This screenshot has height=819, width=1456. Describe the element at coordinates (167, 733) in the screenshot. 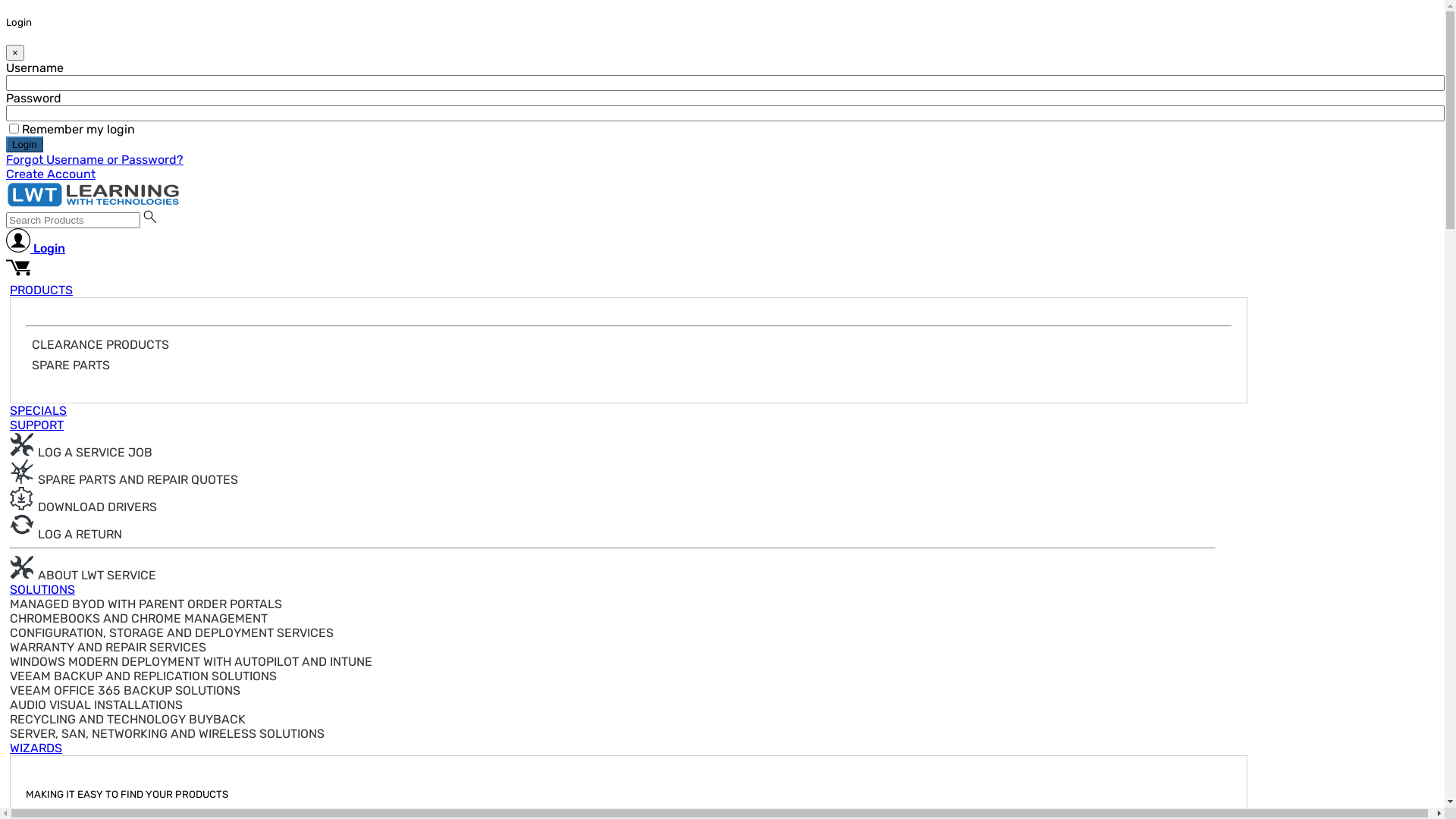

I see `'SERVER, SAN, NETWORKING AND WIRELESS SOLUTIONS'` at that location.